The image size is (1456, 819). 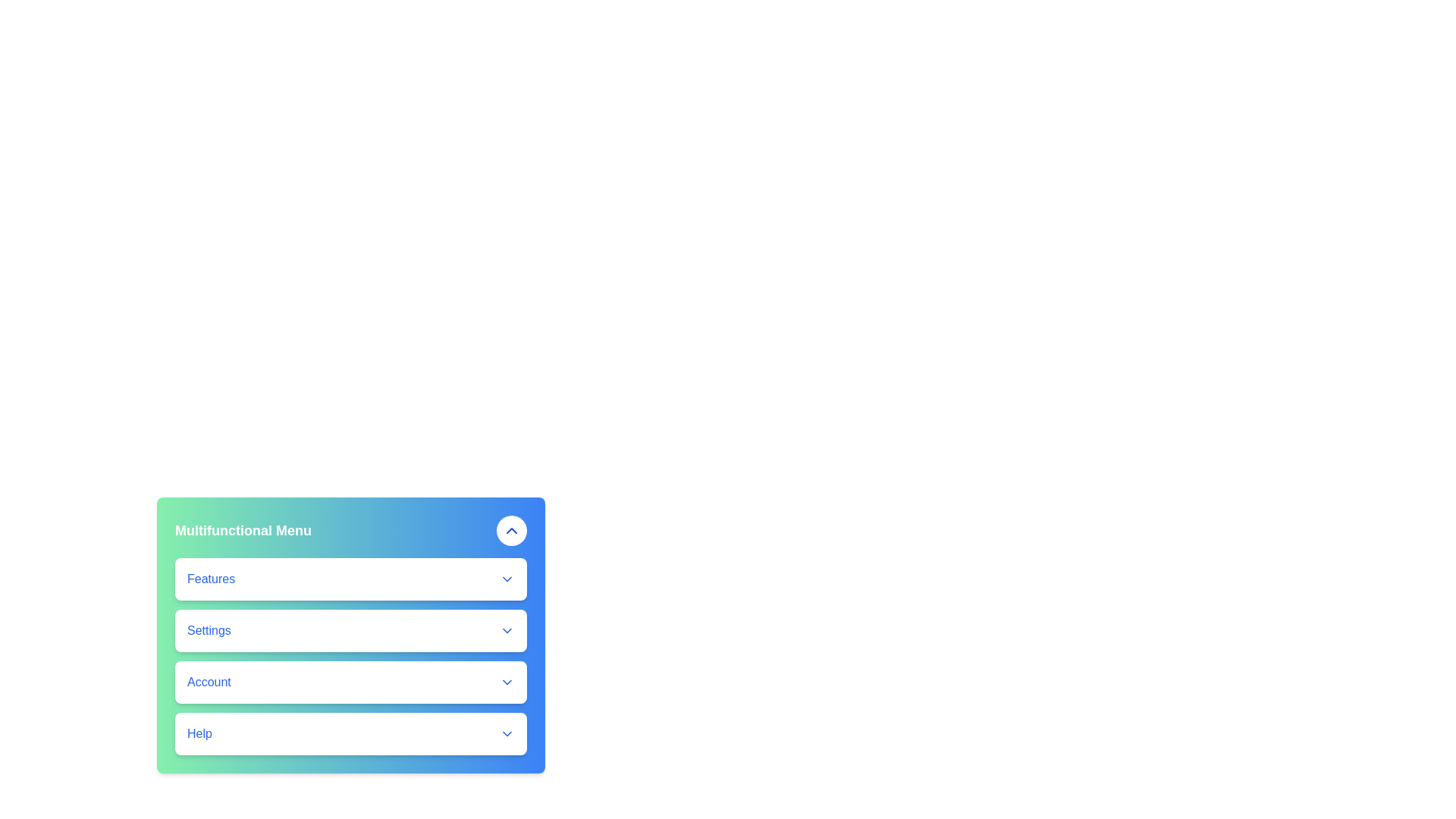 I want to click on the 'Help' button, the last item in the vertical list of menu buttons, to observe any potential hover effects, so click(x=350, y=733).